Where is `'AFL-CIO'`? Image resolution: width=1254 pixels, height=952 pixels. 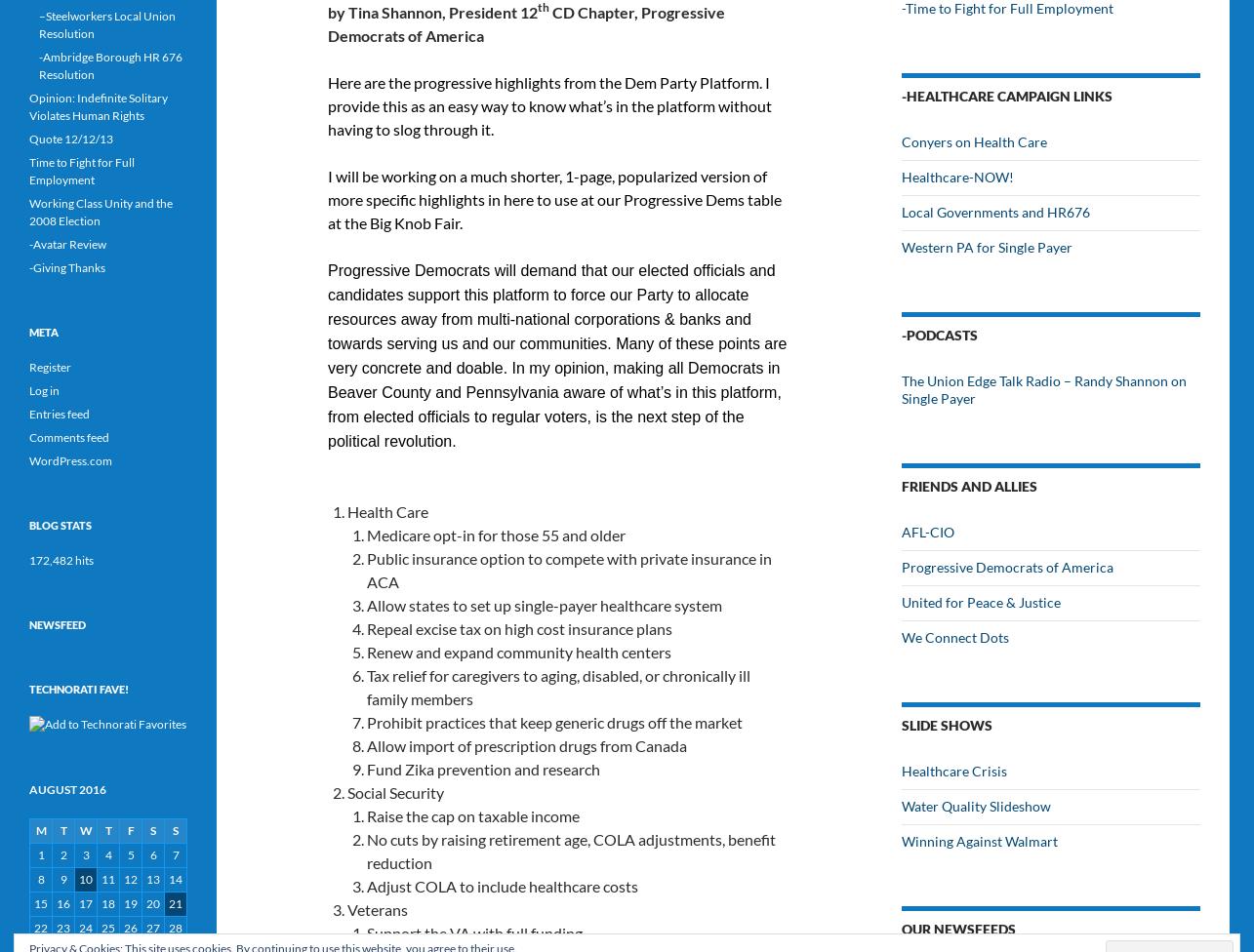 'AFL-CIO' is located at coordinates (928, 532).